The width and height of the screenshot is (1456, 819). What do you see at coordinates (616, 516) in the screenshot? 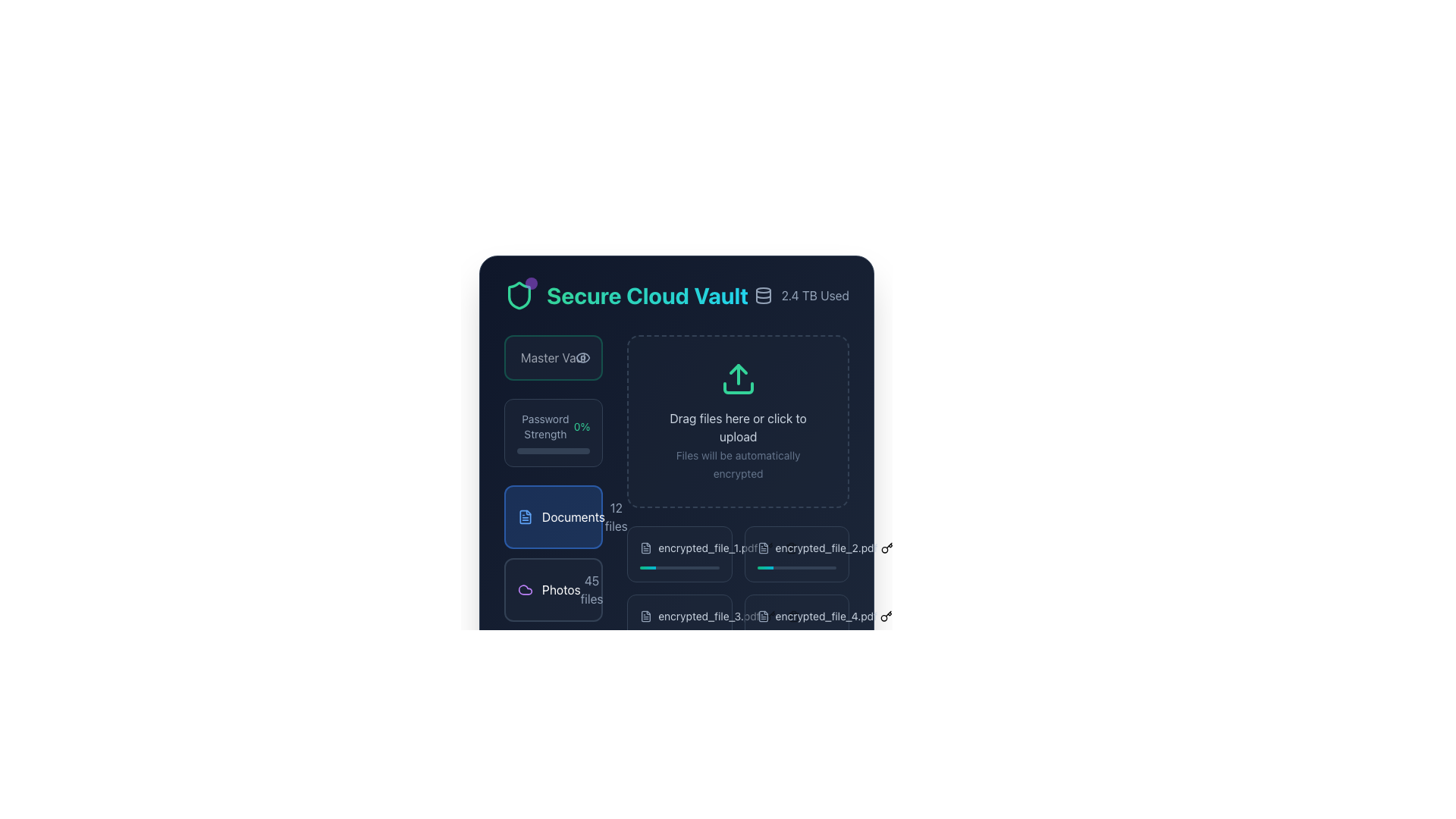
I see `the label displaying '12' files, which is styled in gray on a dark background and located to the right of the 'Documents' label in the vertical navigation menu` at bounding box center [616, 516].